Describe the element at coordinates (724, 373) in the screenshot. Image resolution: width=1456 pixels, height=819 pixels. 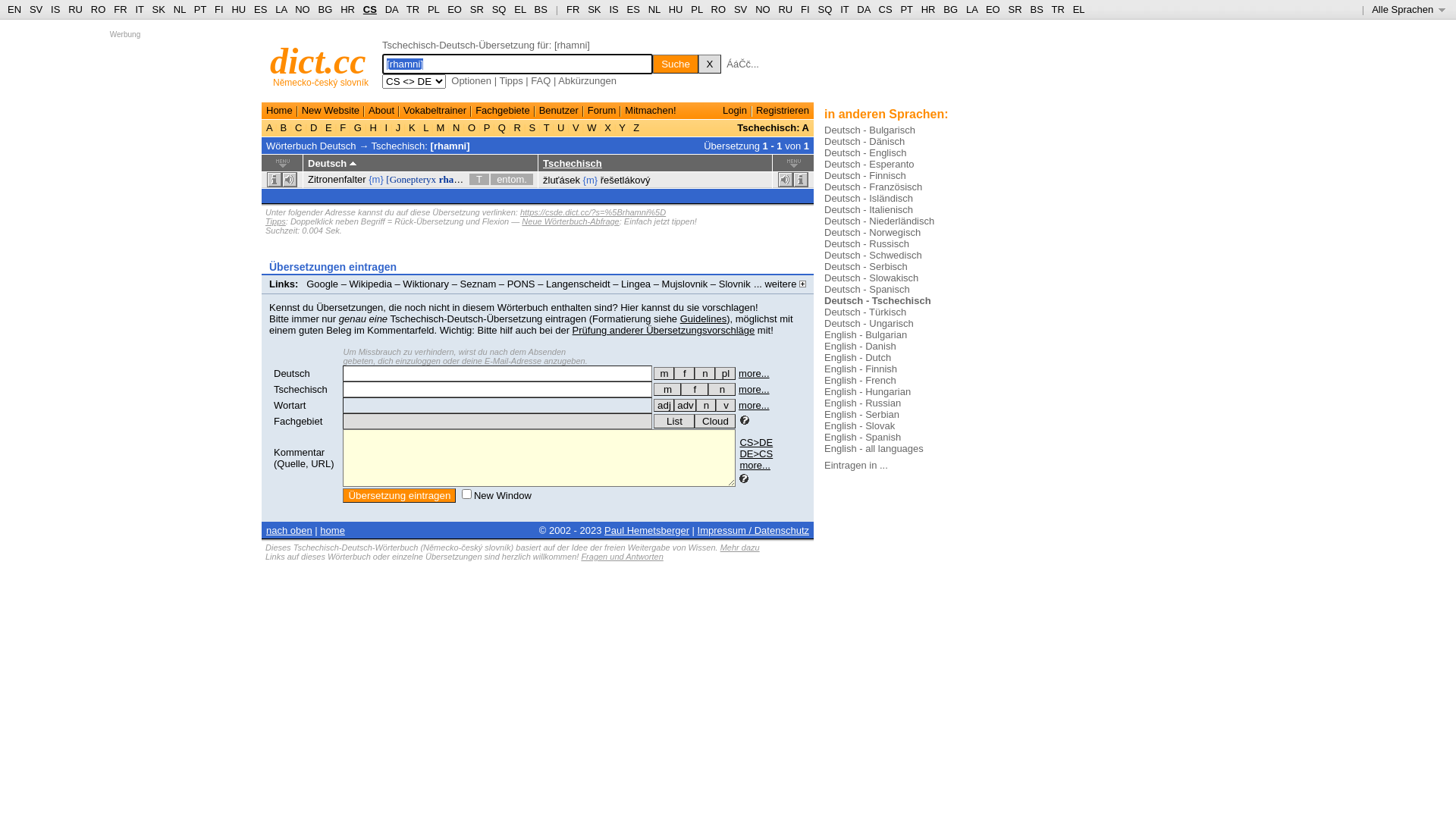
I see `'pl'` at that location.